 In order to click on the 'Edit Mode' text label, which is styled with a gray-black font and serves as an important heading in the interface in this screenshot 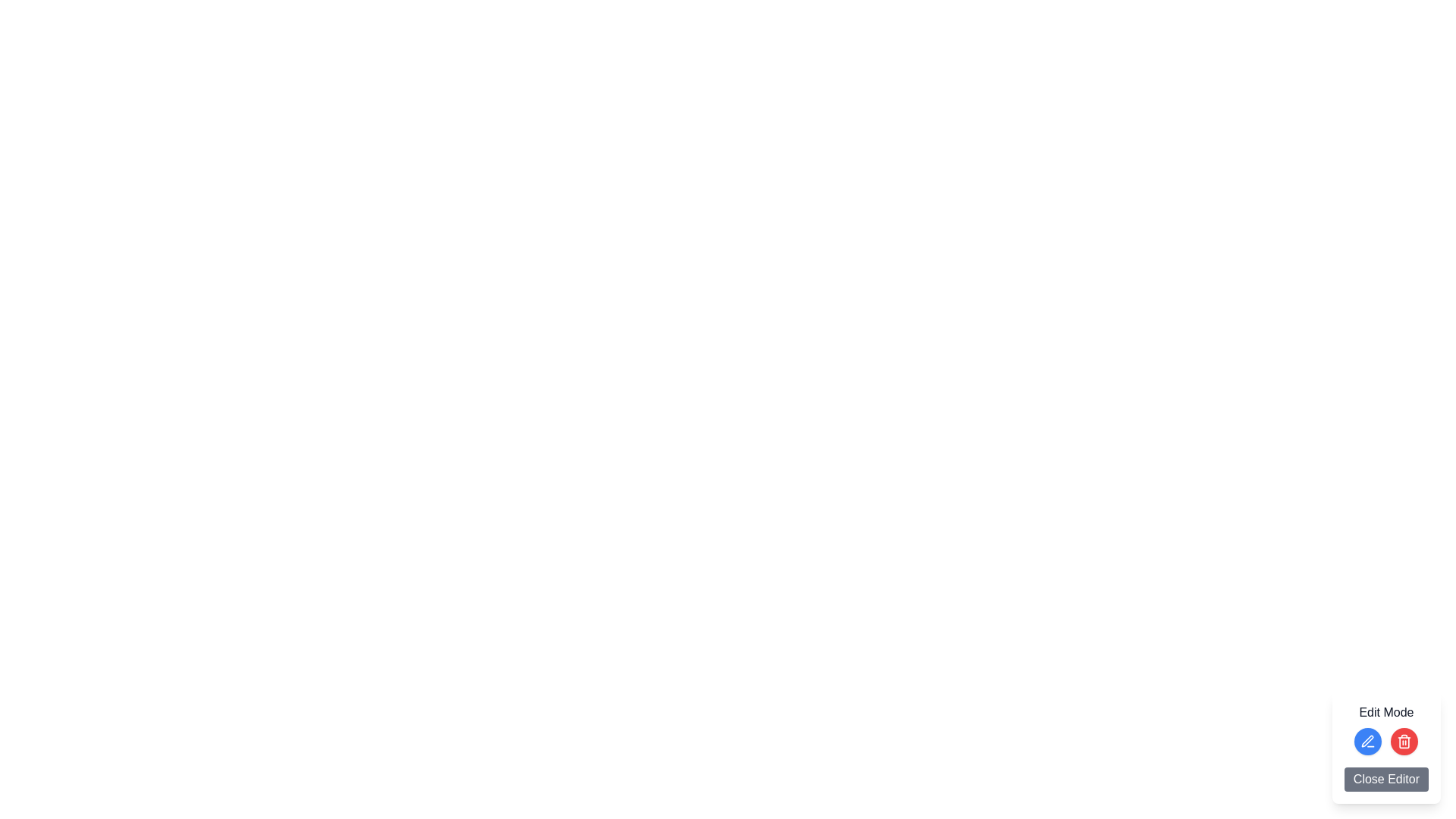, I will do `click(1386, 713)`.